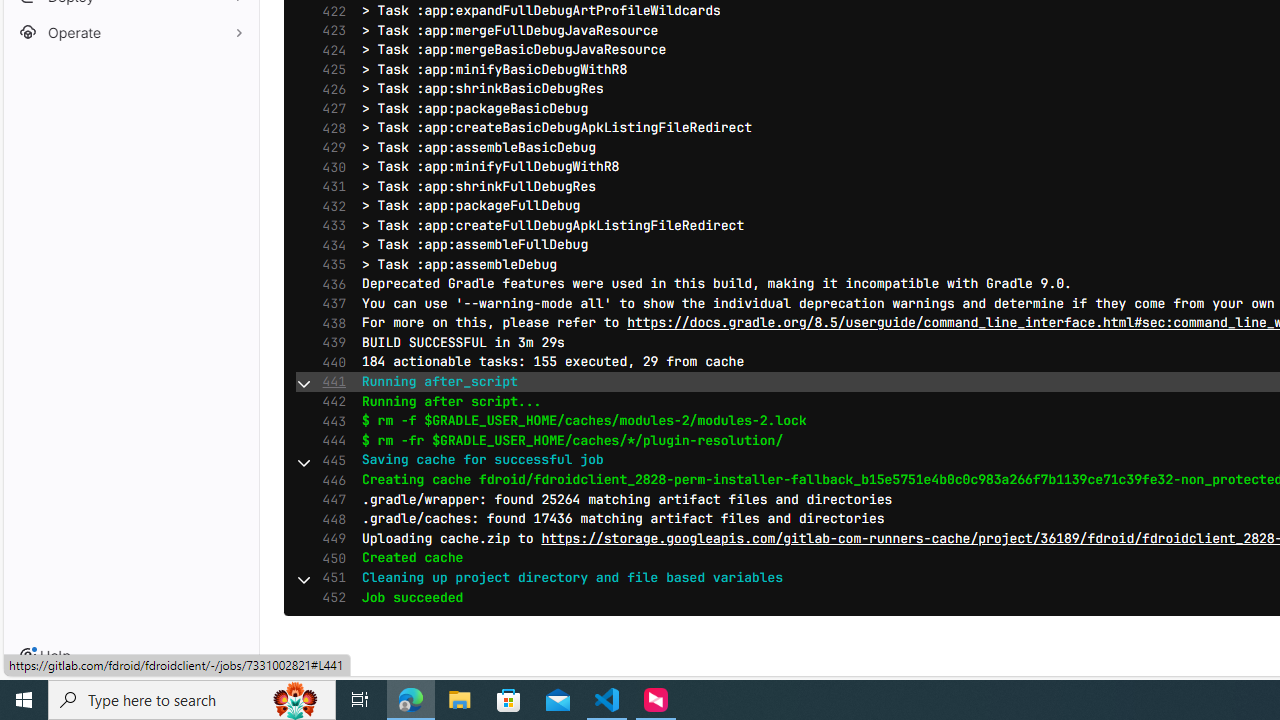 This screenshot has height=720, width=1280. I want to click on '425', so click(329, 68).